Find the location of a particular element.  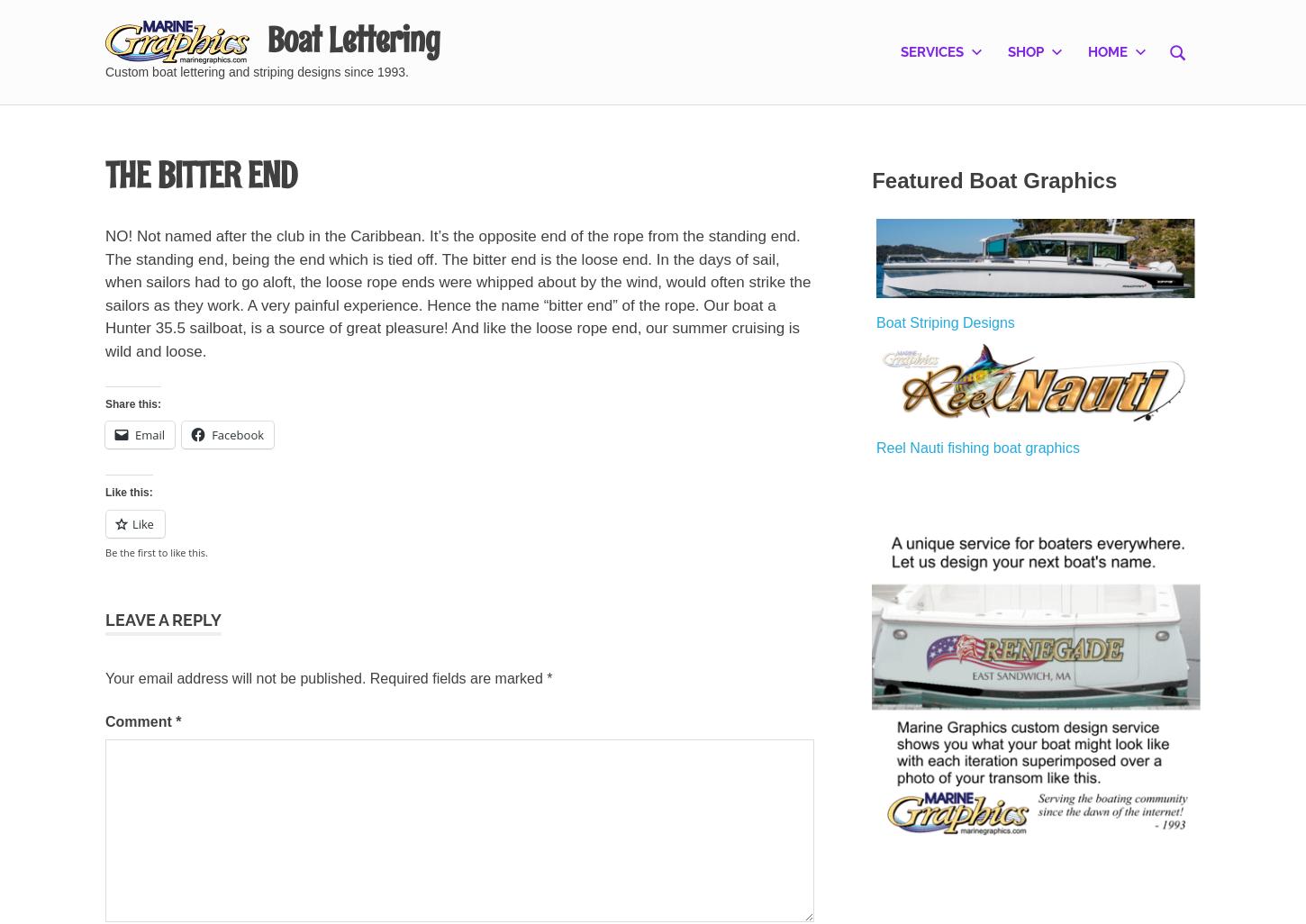

'Home' is located at coordinates (1108, 50).